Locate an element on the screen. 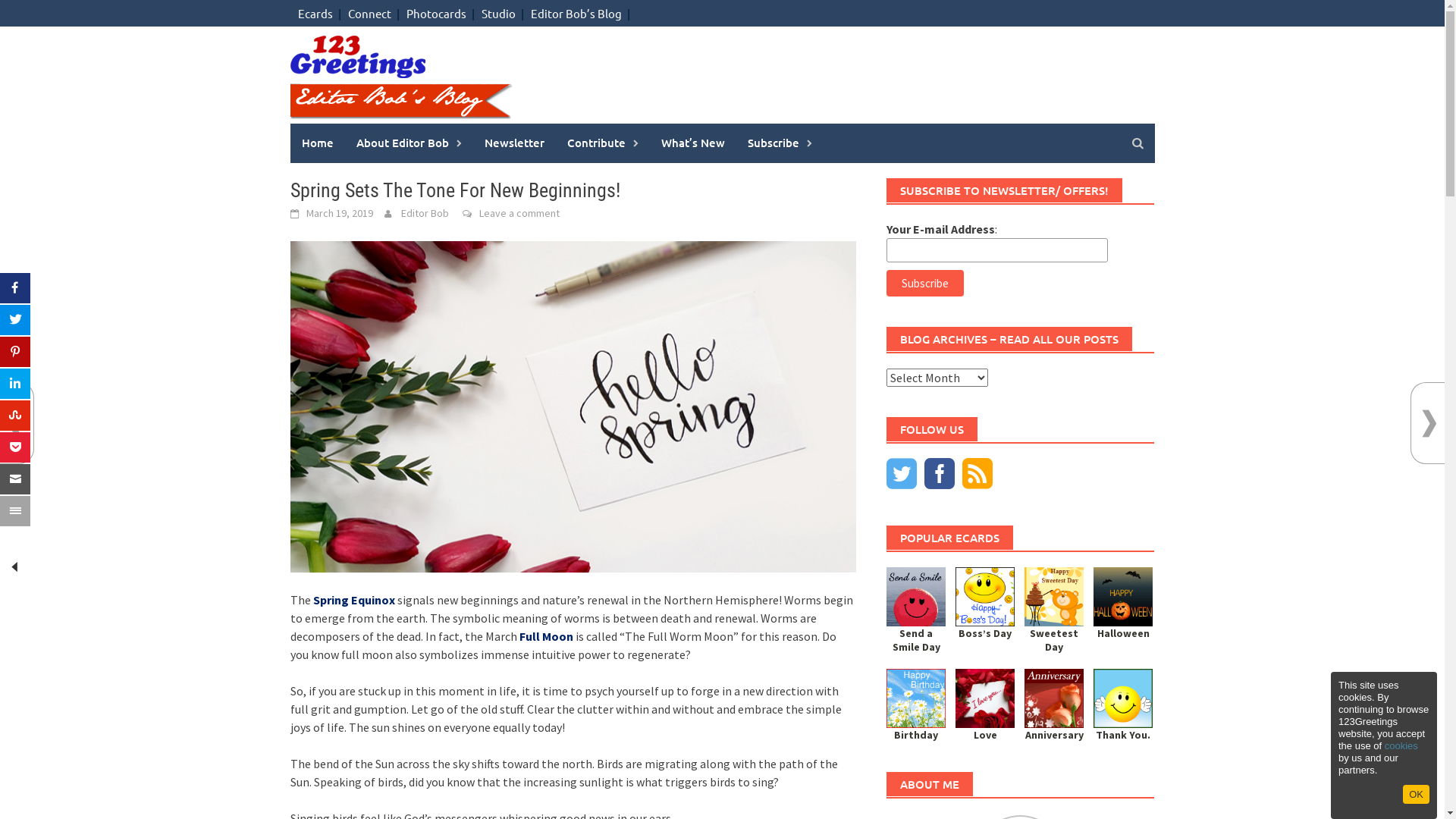  'Photocards' is located at coordinates (435, 13).